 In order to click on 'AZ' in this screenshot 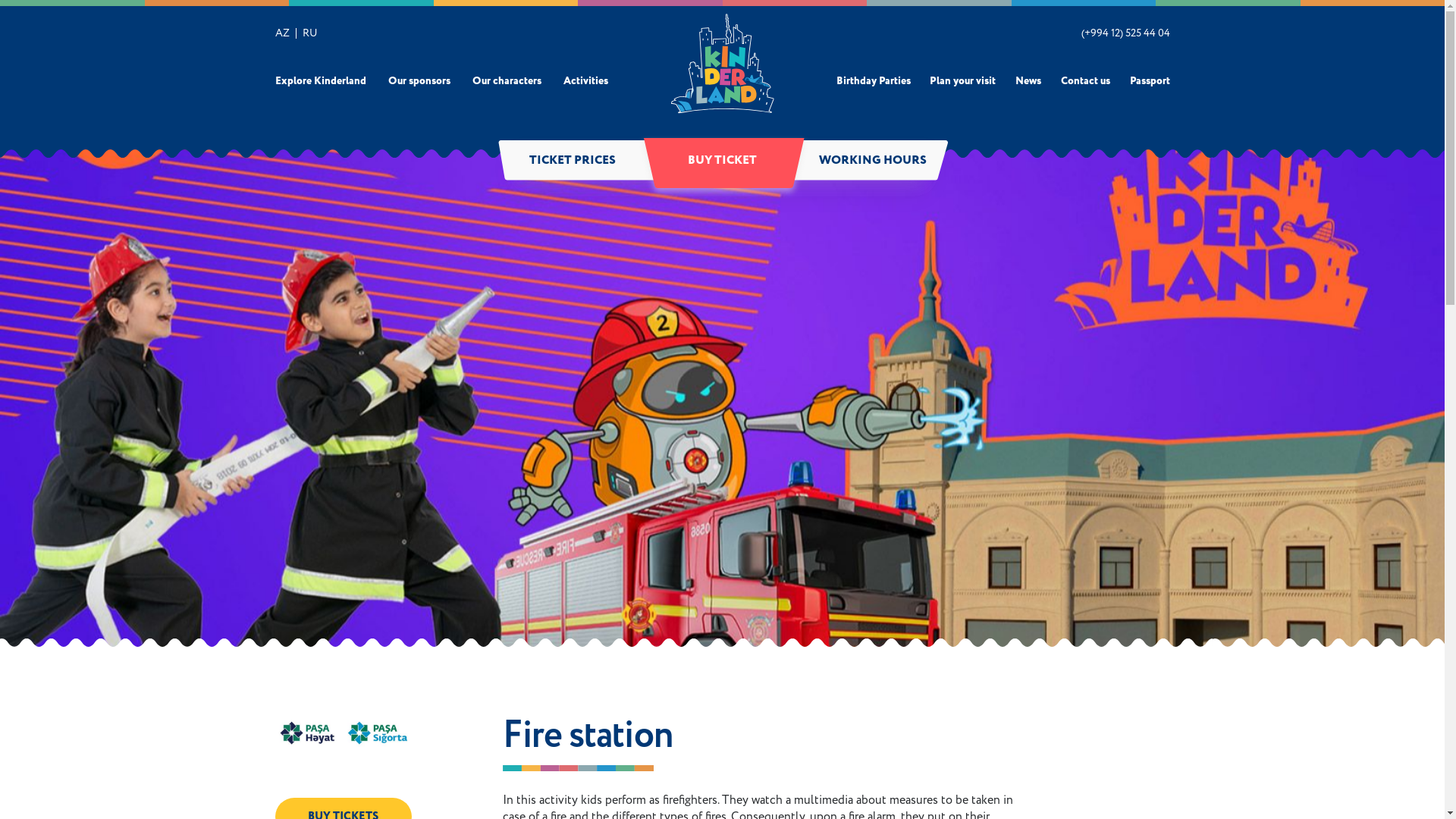, I will do `click(281, 33)`.